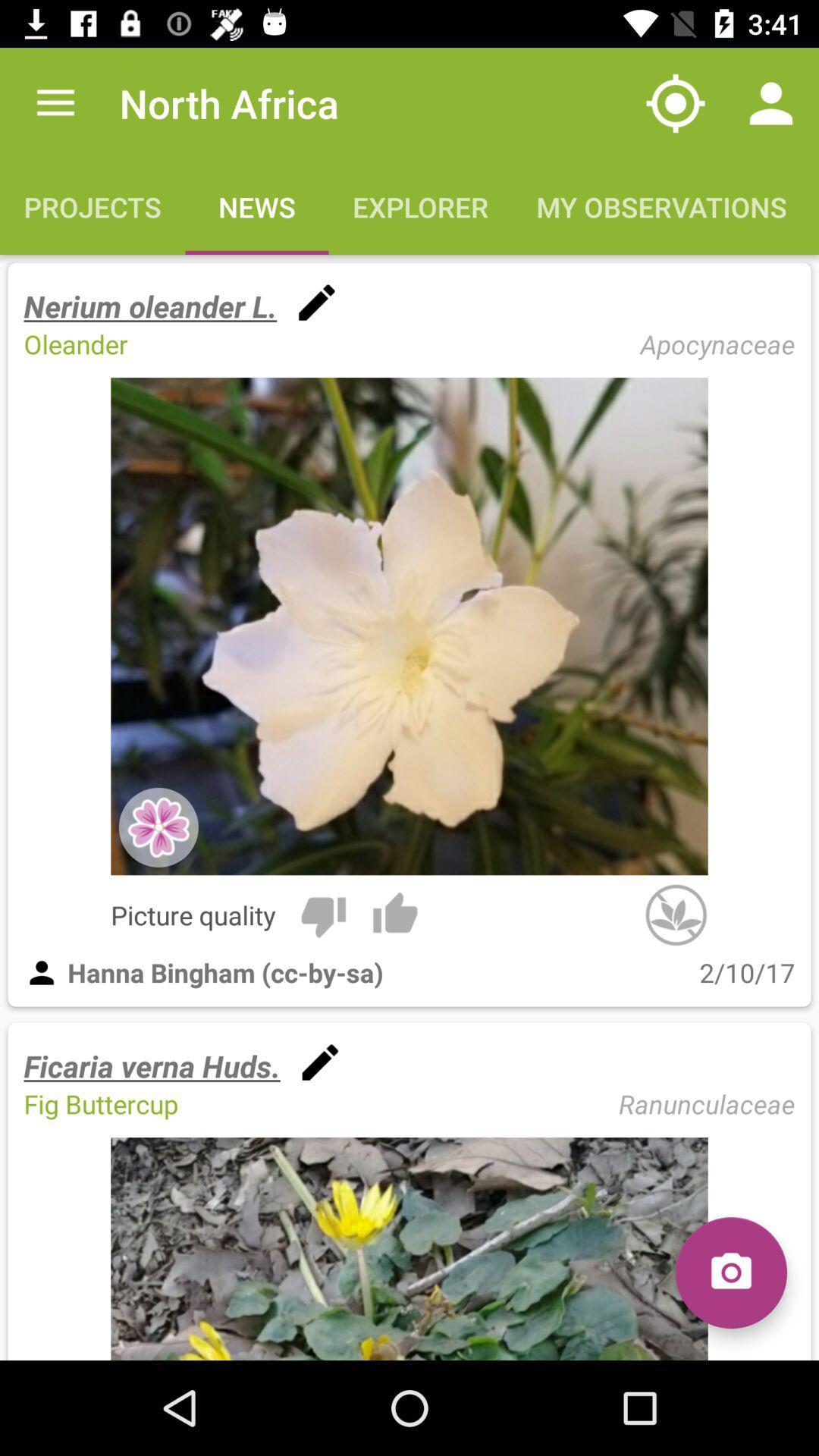 Image resolution: width=819 pixels, height=1456 pixels. What do you see at coordinates (771, 102) in the screenshot?
I see `item above the my observations icon` at bounding box center [771, 102].